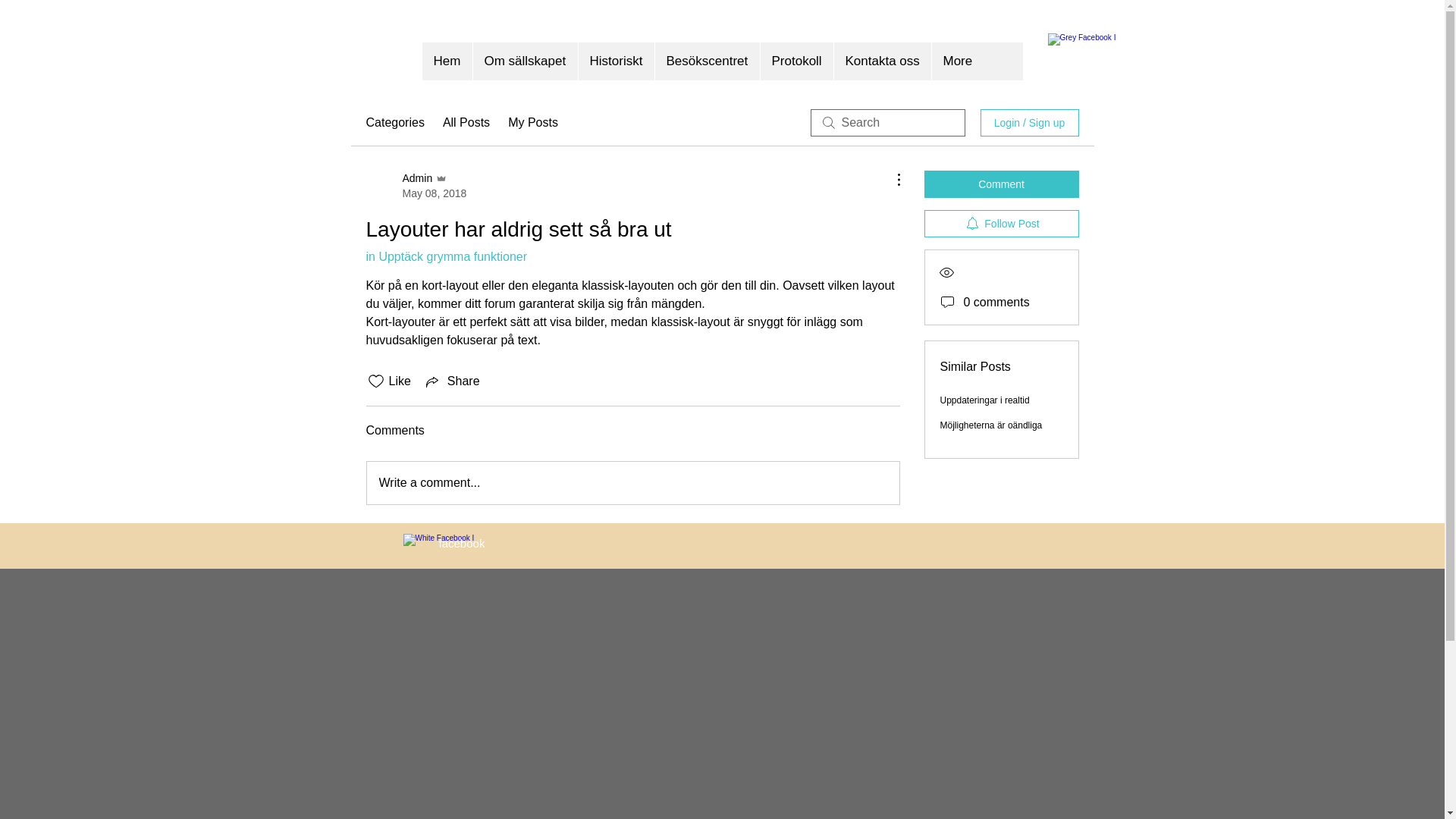  Describe the element at coordinates (616, 61) in the screenshot. I see `'Historiskt'` at that location.